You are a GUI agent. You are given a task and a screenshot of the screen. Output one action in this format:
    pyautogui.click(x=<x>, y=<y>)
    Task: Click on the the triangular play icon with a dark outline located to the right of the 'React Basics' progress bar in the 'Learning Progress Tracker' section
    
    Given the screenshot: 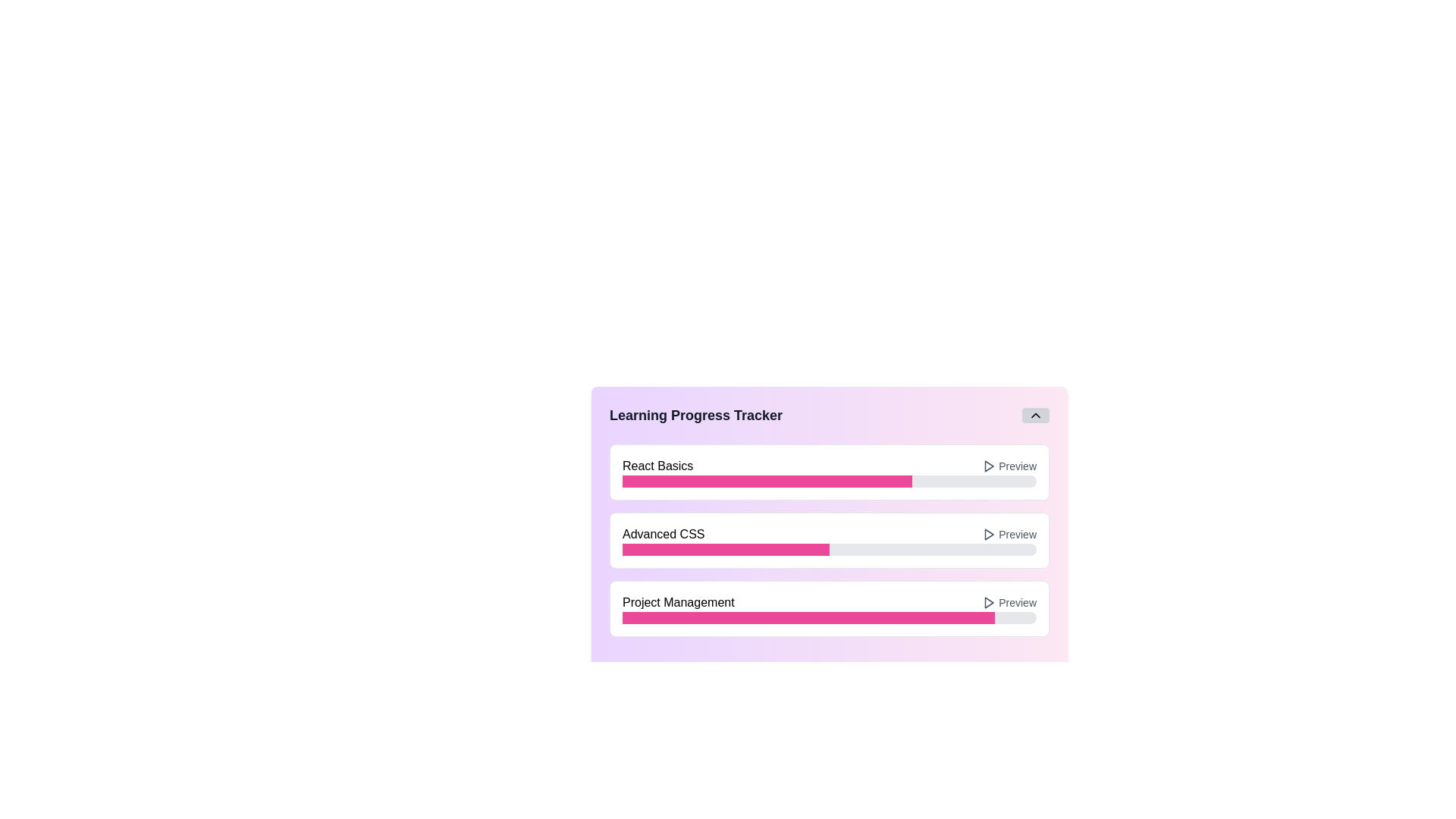 What is the action you would take?
    pyautogui.click(x=989, y=465)
    